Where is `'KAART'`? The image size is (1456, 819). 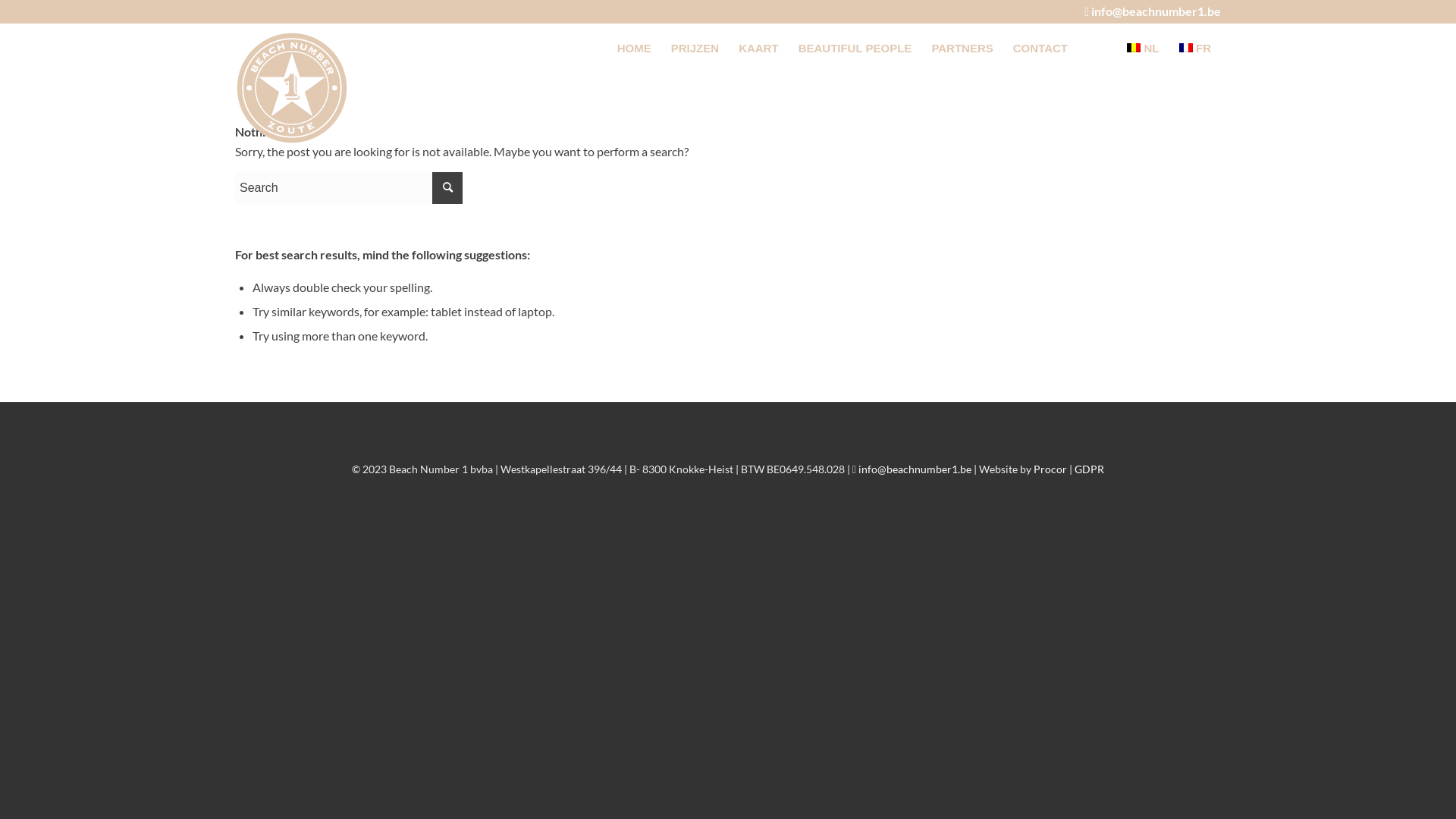 'KAART' is located at coordinates (758, 47).